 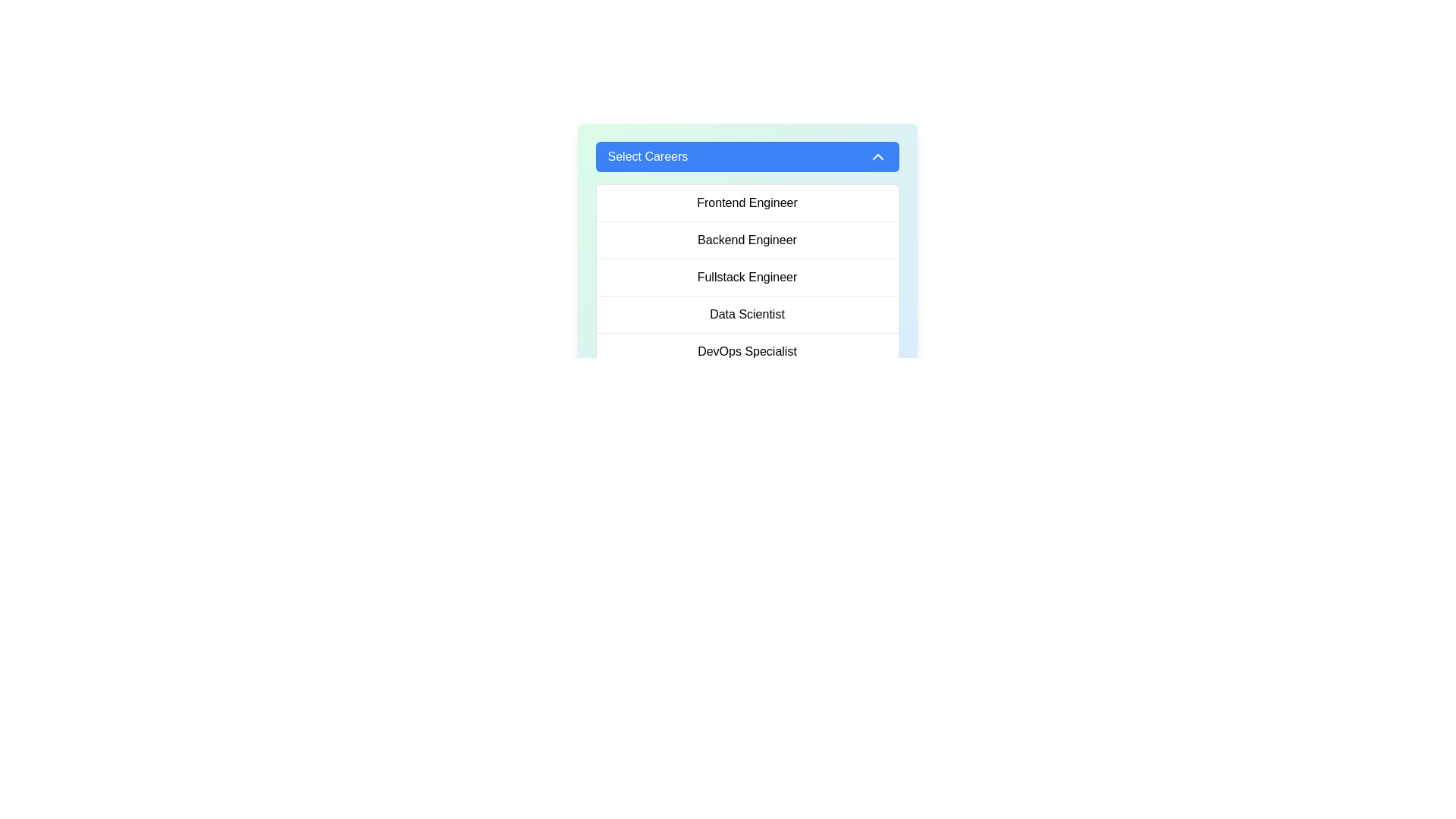 What do you see at coordinates (747, 351) in the screenshot?
I see `on the 'DevOps Specialist' option in the dropdown menu, which is the fifth item in the list, positioned below 'Data Scientist'` at bounding box center [747, 351].